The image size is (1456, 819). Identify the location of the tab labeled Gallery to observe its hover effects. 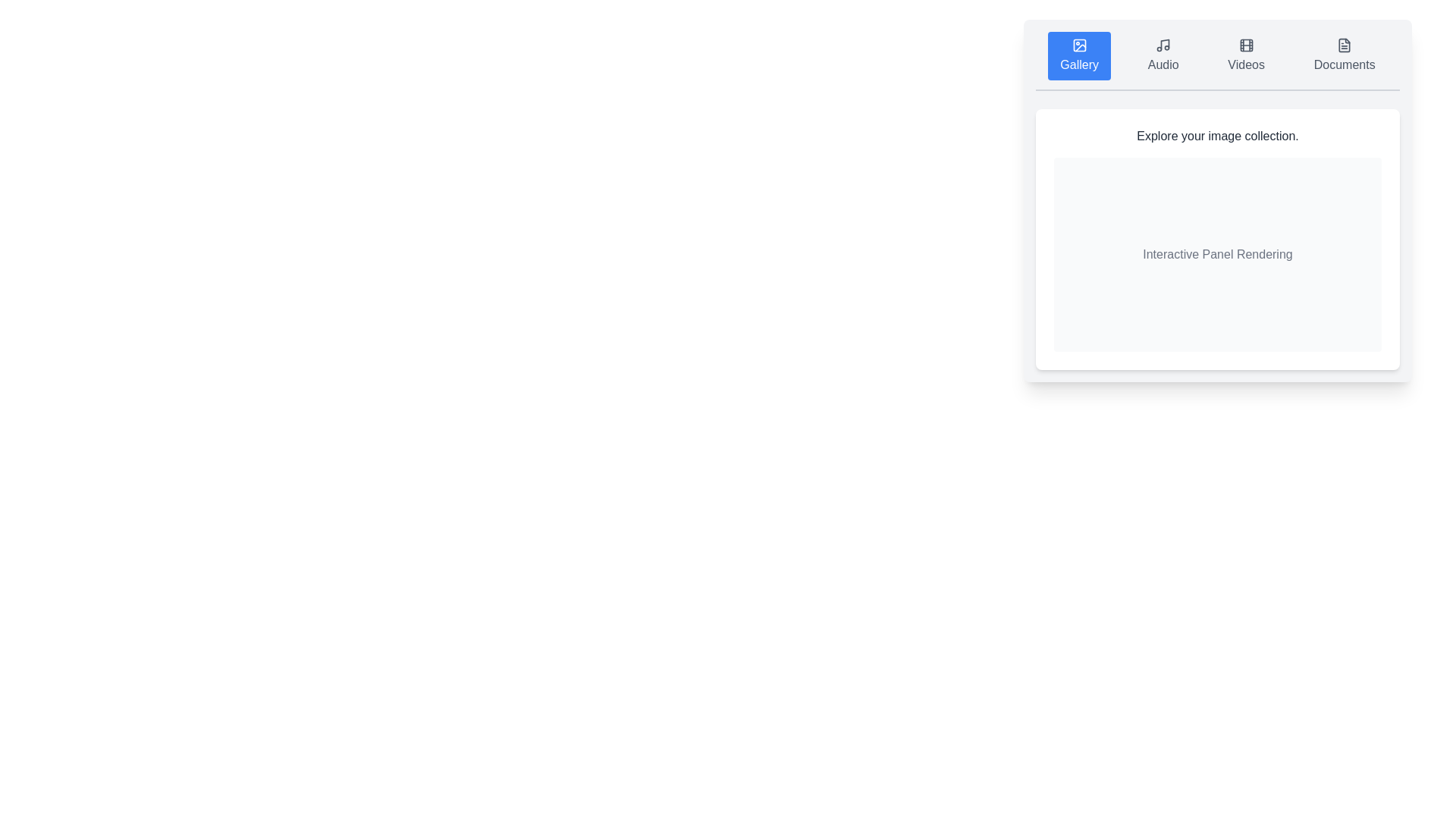
(1078, 55).